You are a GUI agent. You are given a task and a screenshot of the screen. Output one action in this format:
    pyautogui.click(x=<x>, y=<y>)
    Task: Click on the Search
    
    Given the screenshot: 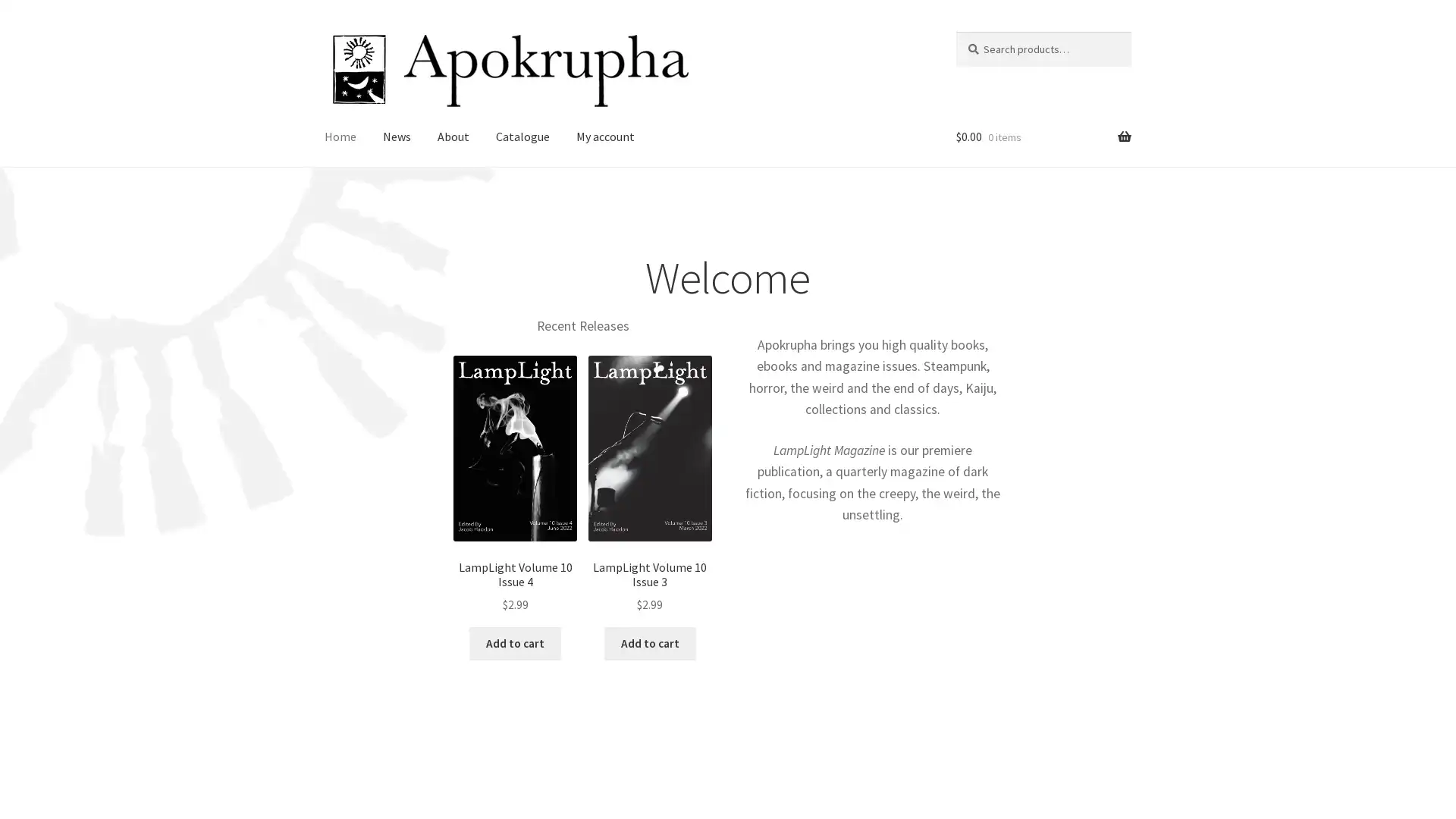 What is the action you would take?
    pyautogui.click(x=954, y=30)
    